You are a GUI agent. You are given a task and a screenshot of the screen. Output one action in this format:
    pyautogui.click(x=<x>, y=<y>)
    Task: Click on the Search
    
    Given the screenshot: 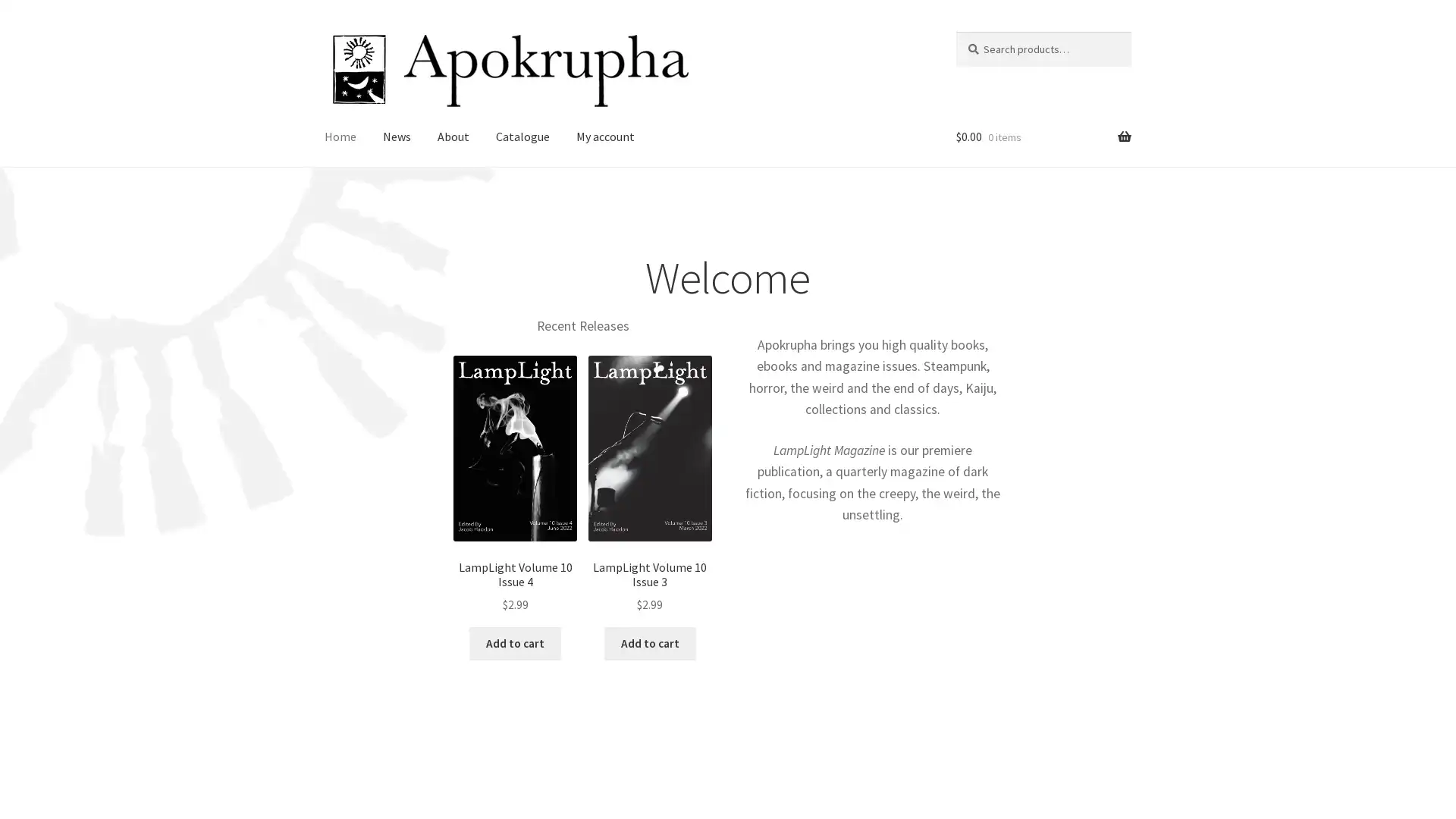 What is the action you would take?
    pyautogui.click(x=954, y=30)
    